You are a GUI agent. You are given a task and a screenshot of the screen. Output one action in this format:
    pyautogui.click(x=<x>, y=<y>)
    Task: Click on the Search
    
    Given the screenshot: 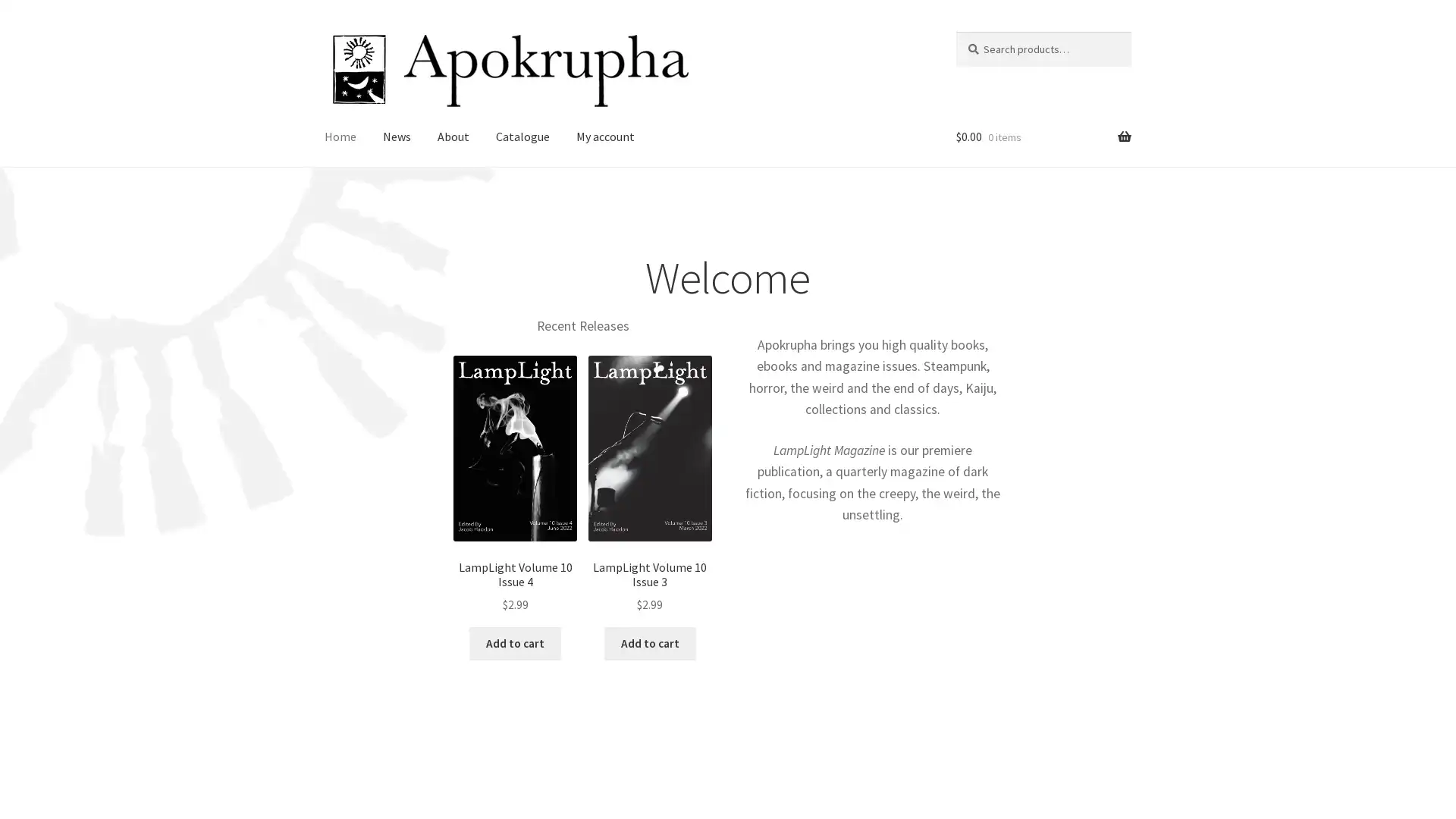 What is the action you would take?
    pyautogui.click(x=954, y=30)
    